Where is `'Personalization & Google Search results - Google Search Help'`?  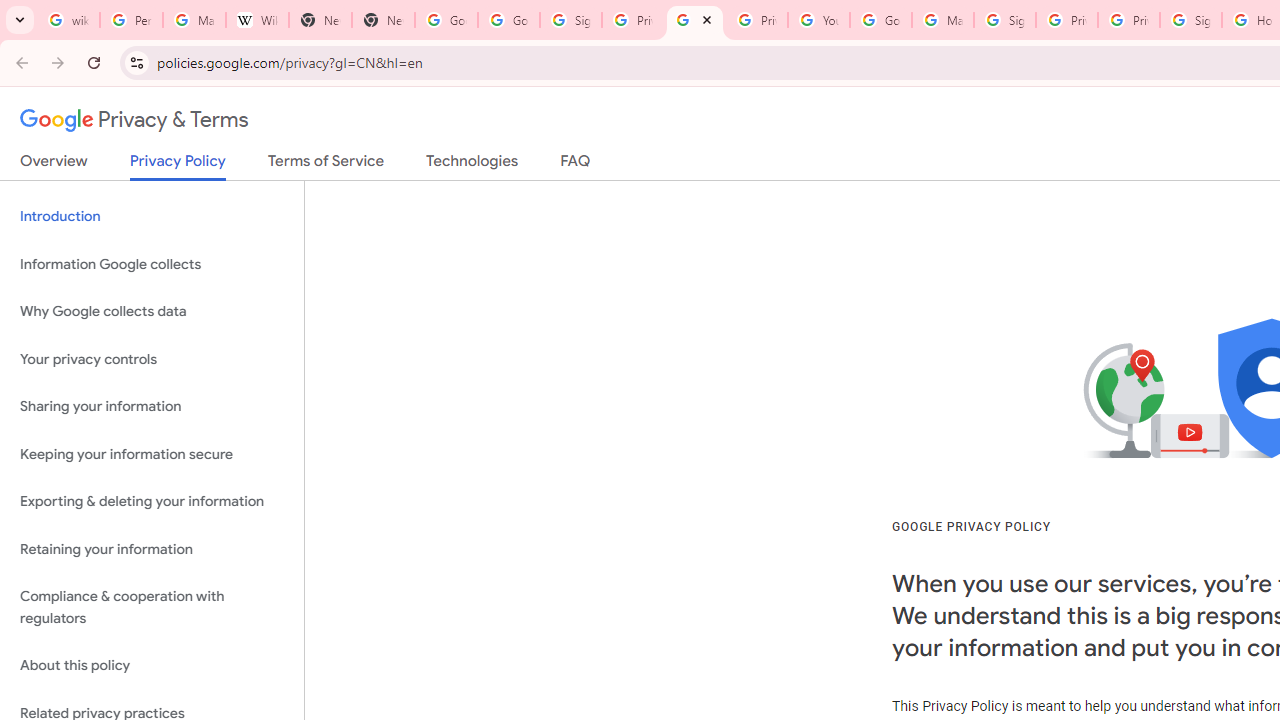
'Personalization & Google Search results - Google Search Help' is located at coordinates (130, 20).